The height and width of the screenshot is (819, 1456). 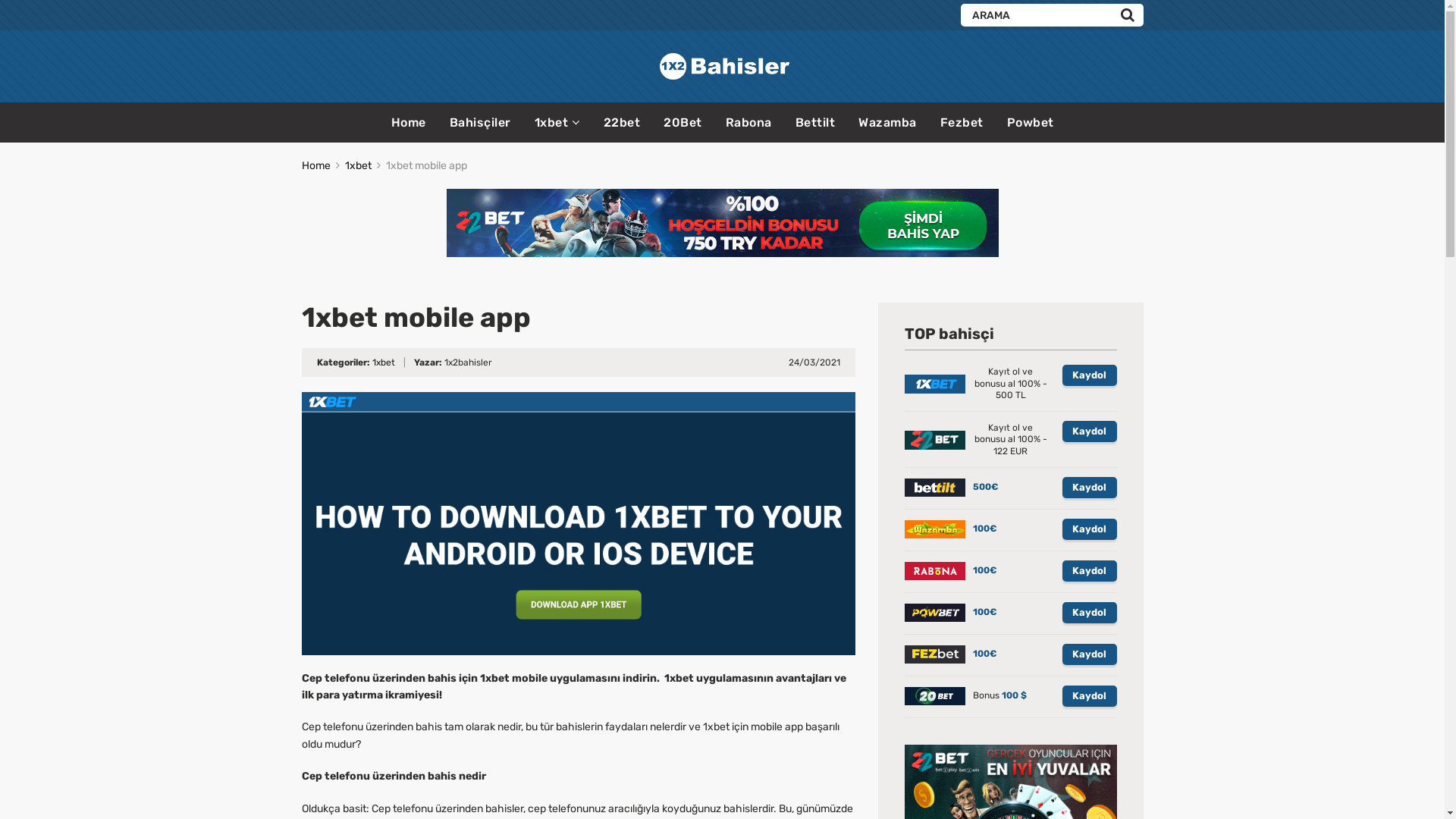 What do you see at coordinates (1087, 529) in the screenshot?
I see `'Kaydol'` at bounding box center [1087, 529].